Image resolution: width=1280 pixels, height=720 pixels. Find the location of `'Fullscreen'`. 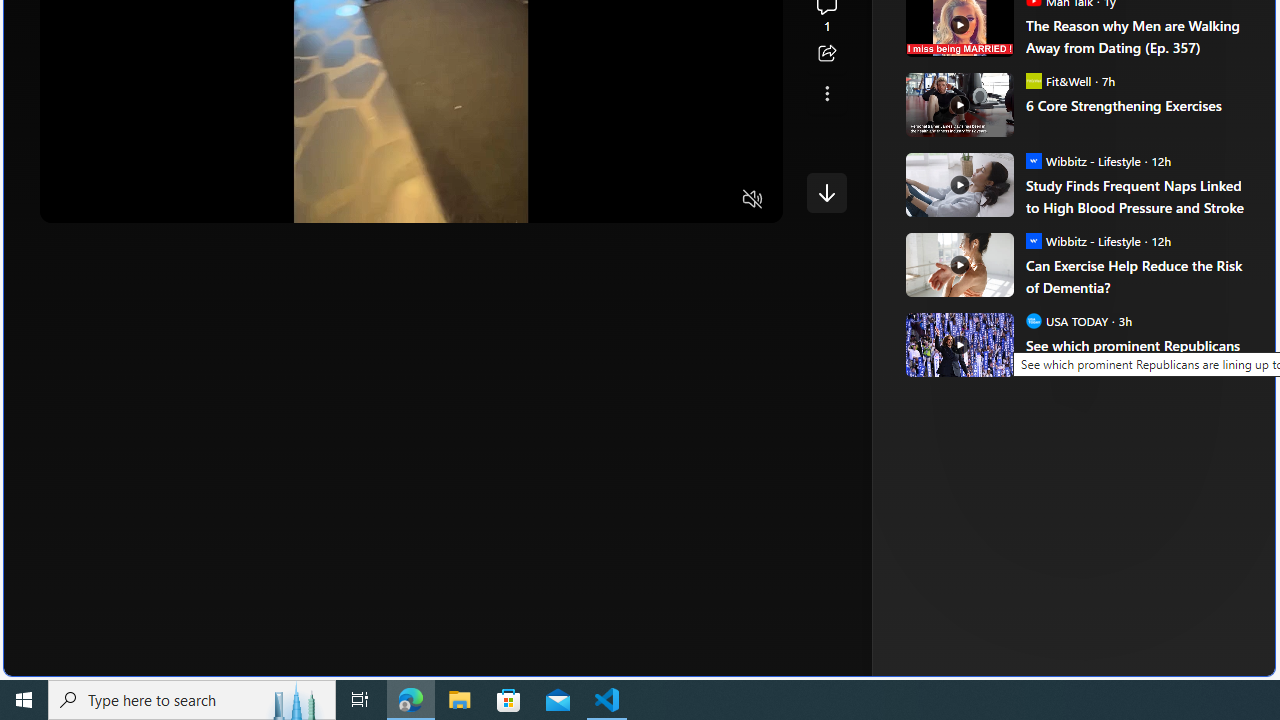

'Fullscreen' is located at coordinates (714, 200).